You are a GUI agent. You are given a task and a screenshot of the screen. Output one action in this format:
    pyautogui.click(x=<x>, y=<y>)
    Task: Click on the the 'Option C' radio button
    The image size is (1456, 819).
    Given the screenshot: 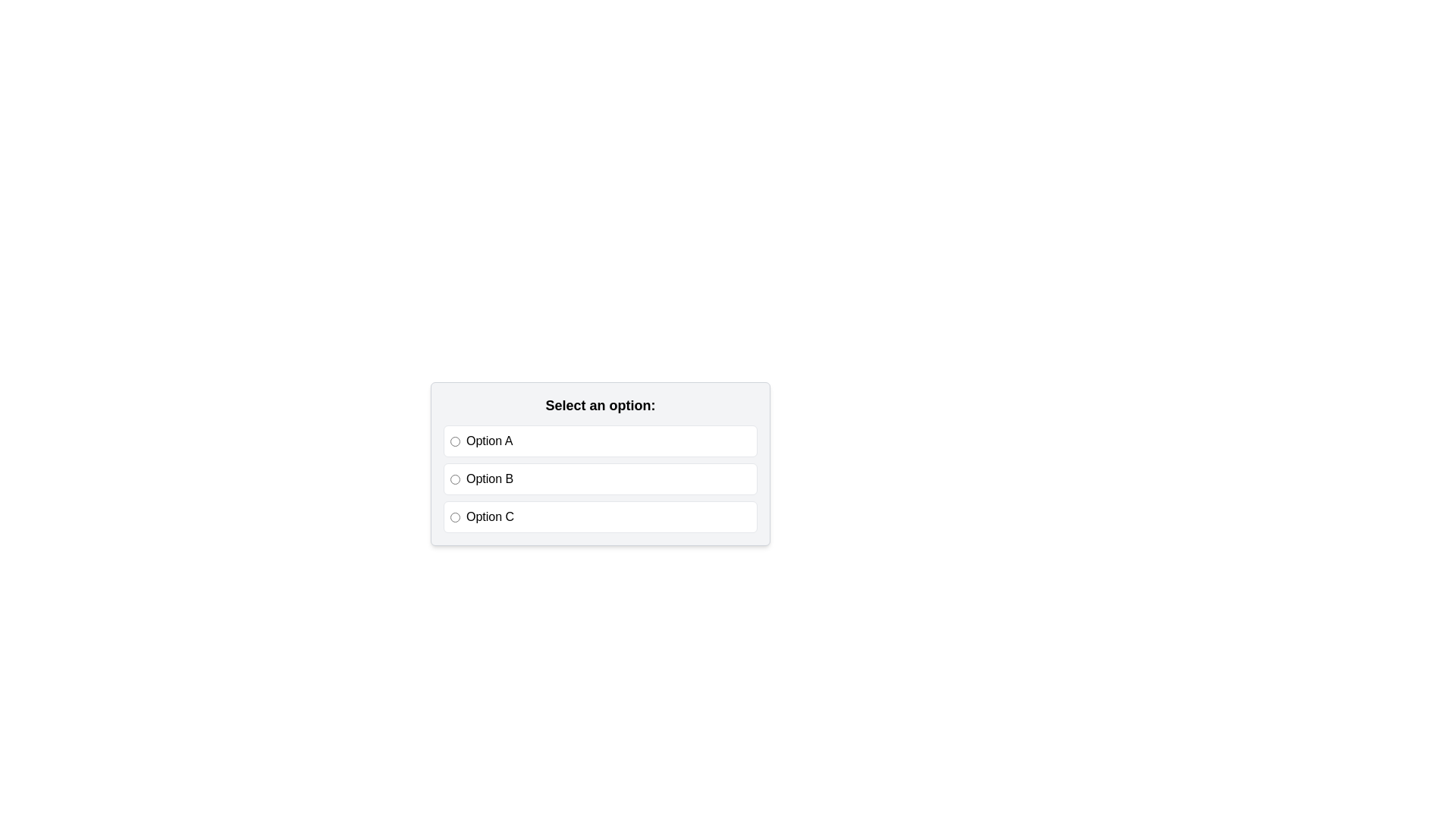 What is the action you would take?
    pyautogui.click(x=600, y=516)
    